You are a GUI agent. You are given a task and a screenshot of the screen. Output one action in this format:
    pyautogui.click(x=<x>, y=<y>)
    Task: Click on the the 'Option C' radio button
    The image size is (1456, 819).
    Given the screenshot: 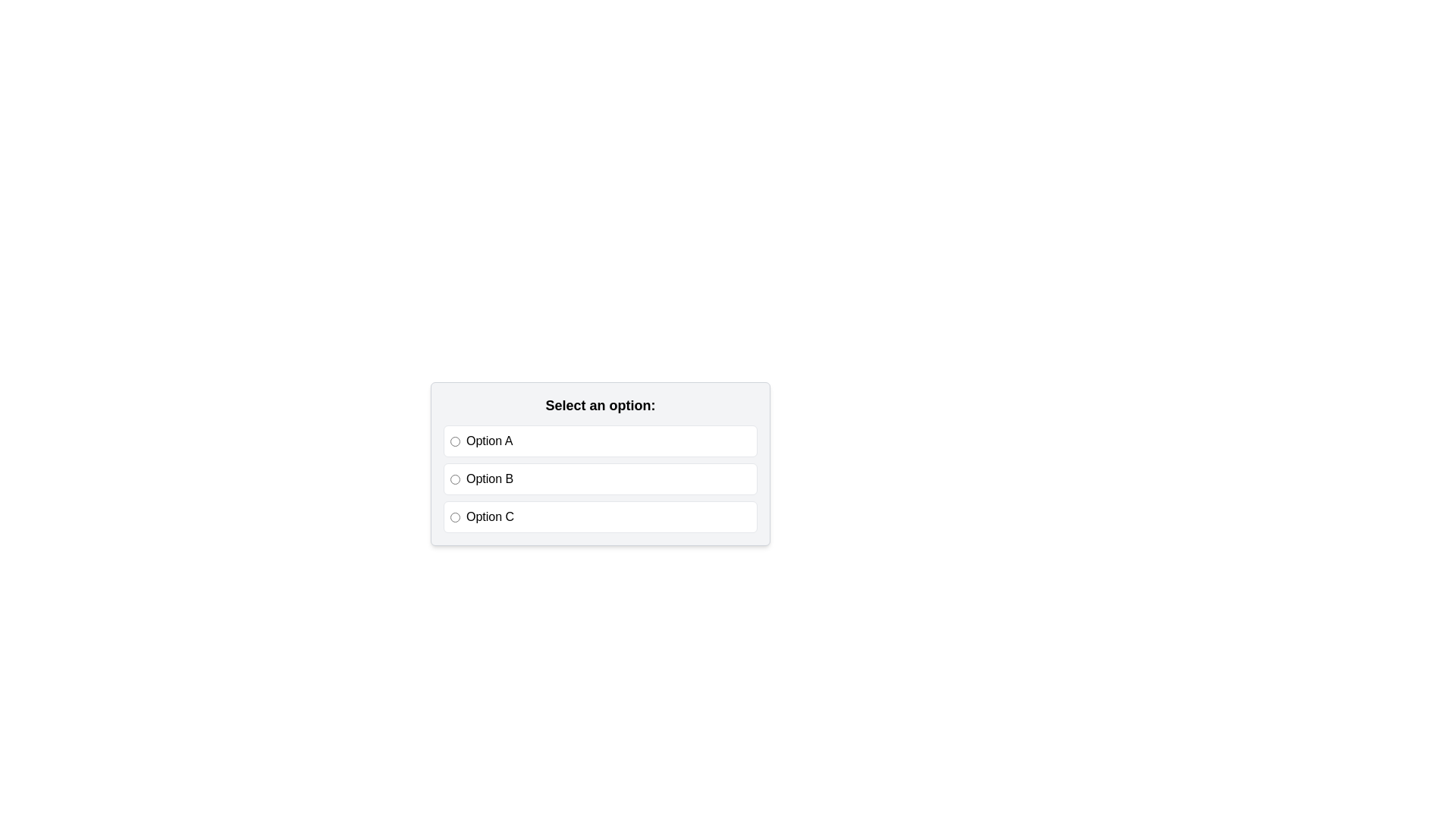 What is the action you would take?
    pyautogui.click(x=600, y=516)
    